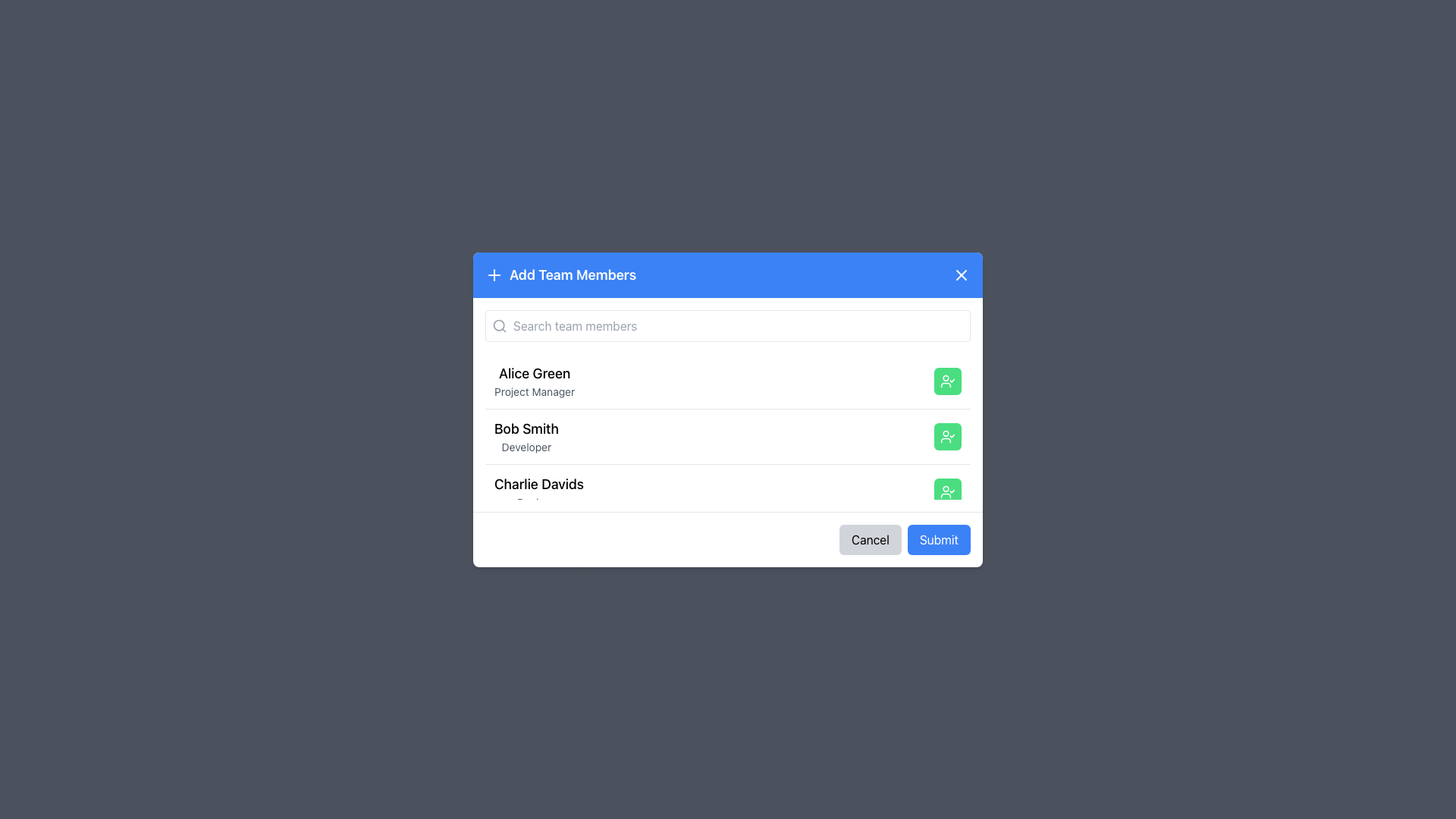  I want to click on the text block that displays the name and role of a team member, which is the first item in the team member list below the search bar, so click(535, 380).